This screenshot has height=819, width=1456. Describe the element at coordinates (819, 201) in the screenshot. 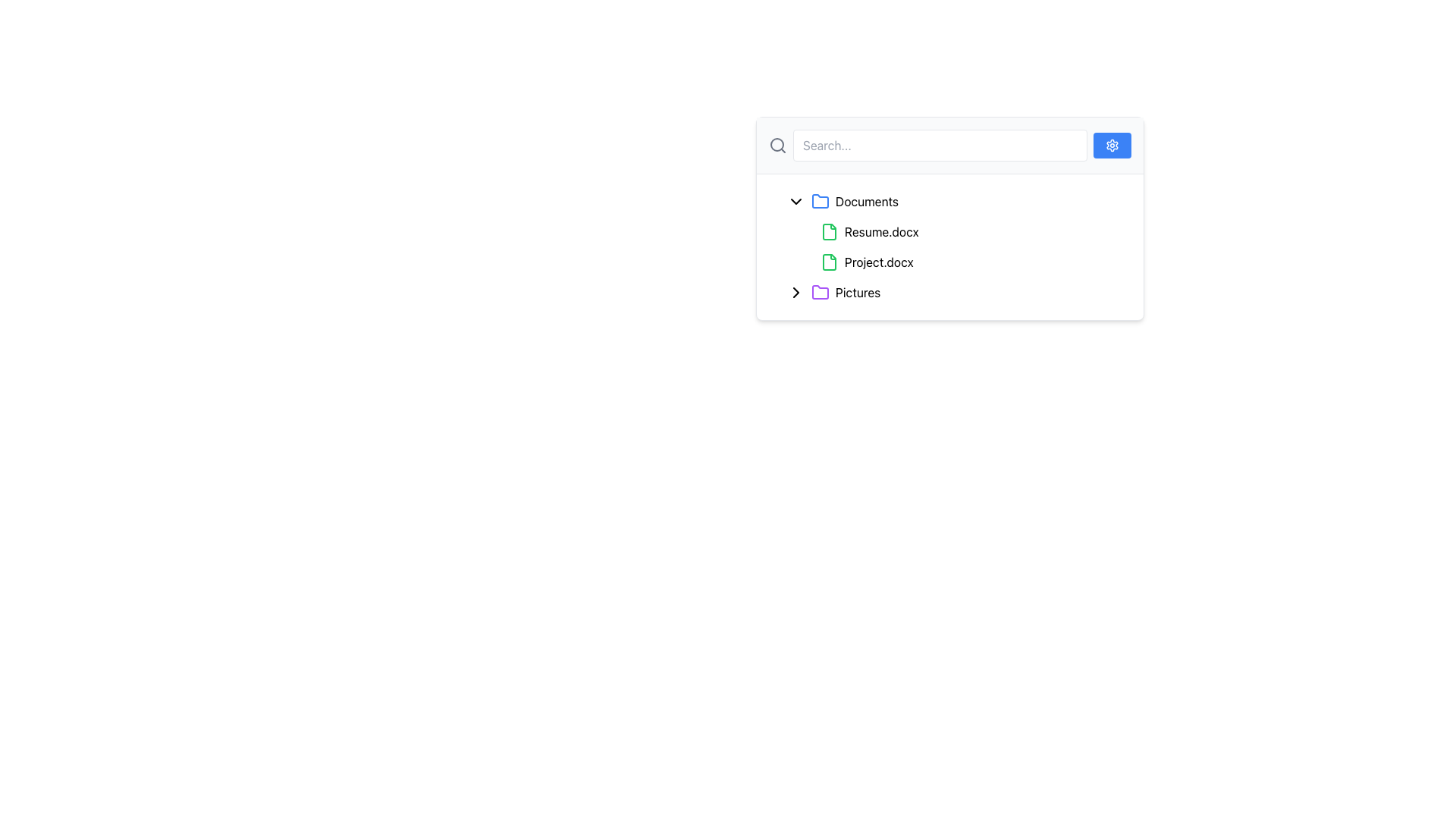

I see `folder icon representing the 'Documents' section, located to the left of the 'Documents' label text` at that location.